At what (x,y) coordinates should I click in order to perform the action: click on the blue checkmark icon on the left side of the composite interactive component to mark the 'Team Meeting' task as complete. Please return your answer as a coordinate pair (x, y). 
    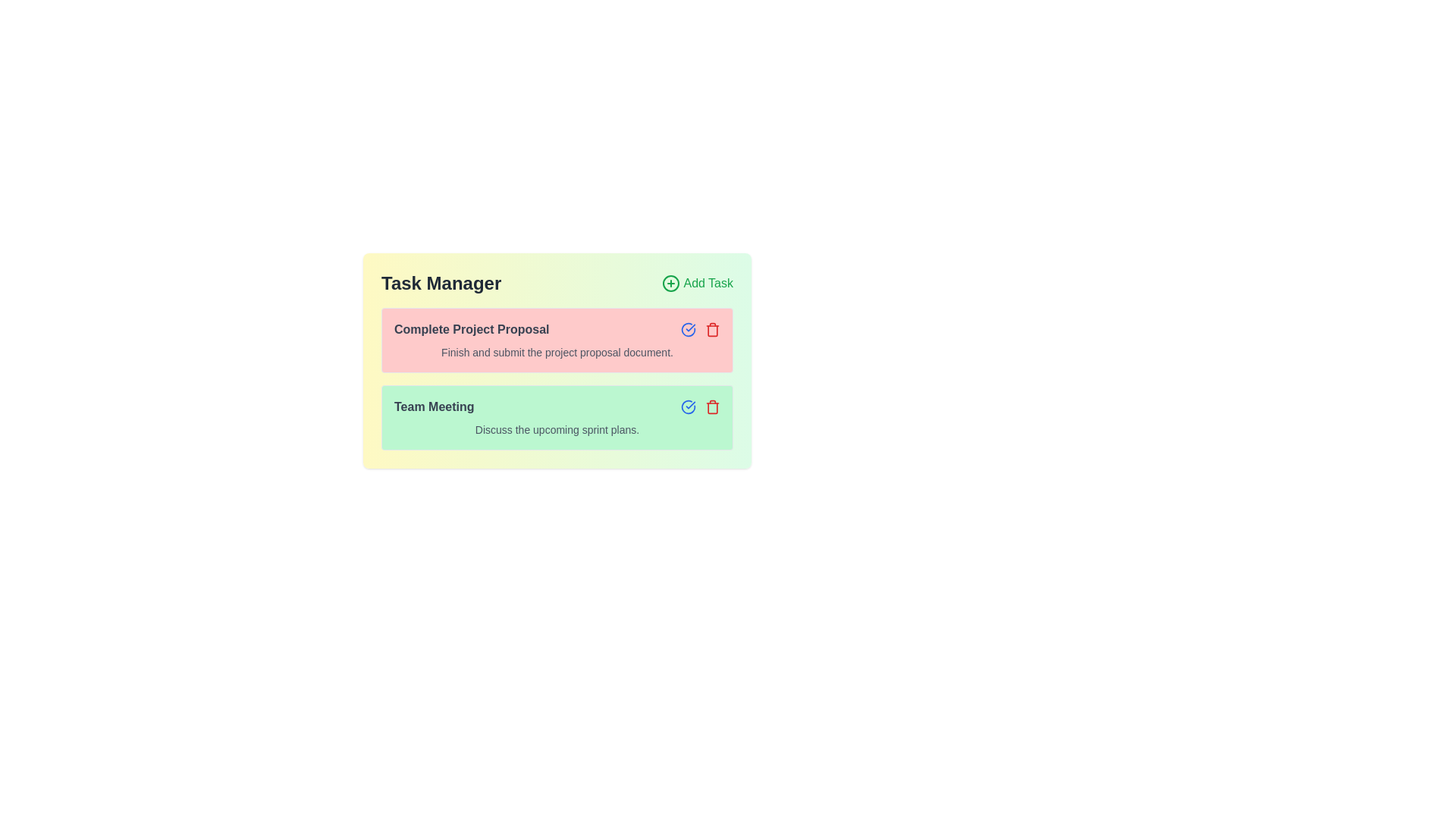
    Looking at the image, I should click on (700, 406).